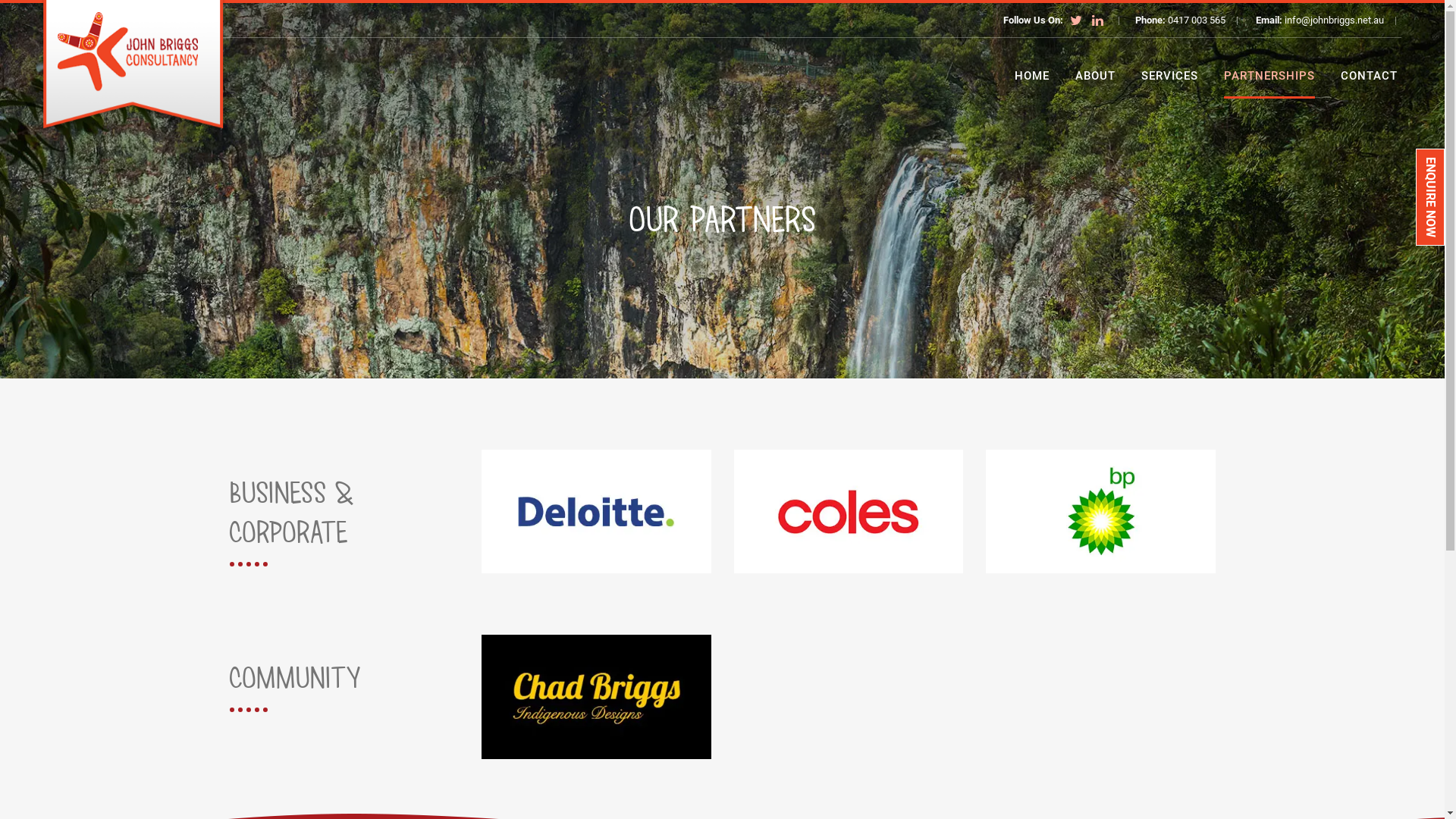  What do you see at coordinates (1210, 76) in the screenshot?
I see `'PARTNERSHIPS'` at bounding box center [1210, 76].